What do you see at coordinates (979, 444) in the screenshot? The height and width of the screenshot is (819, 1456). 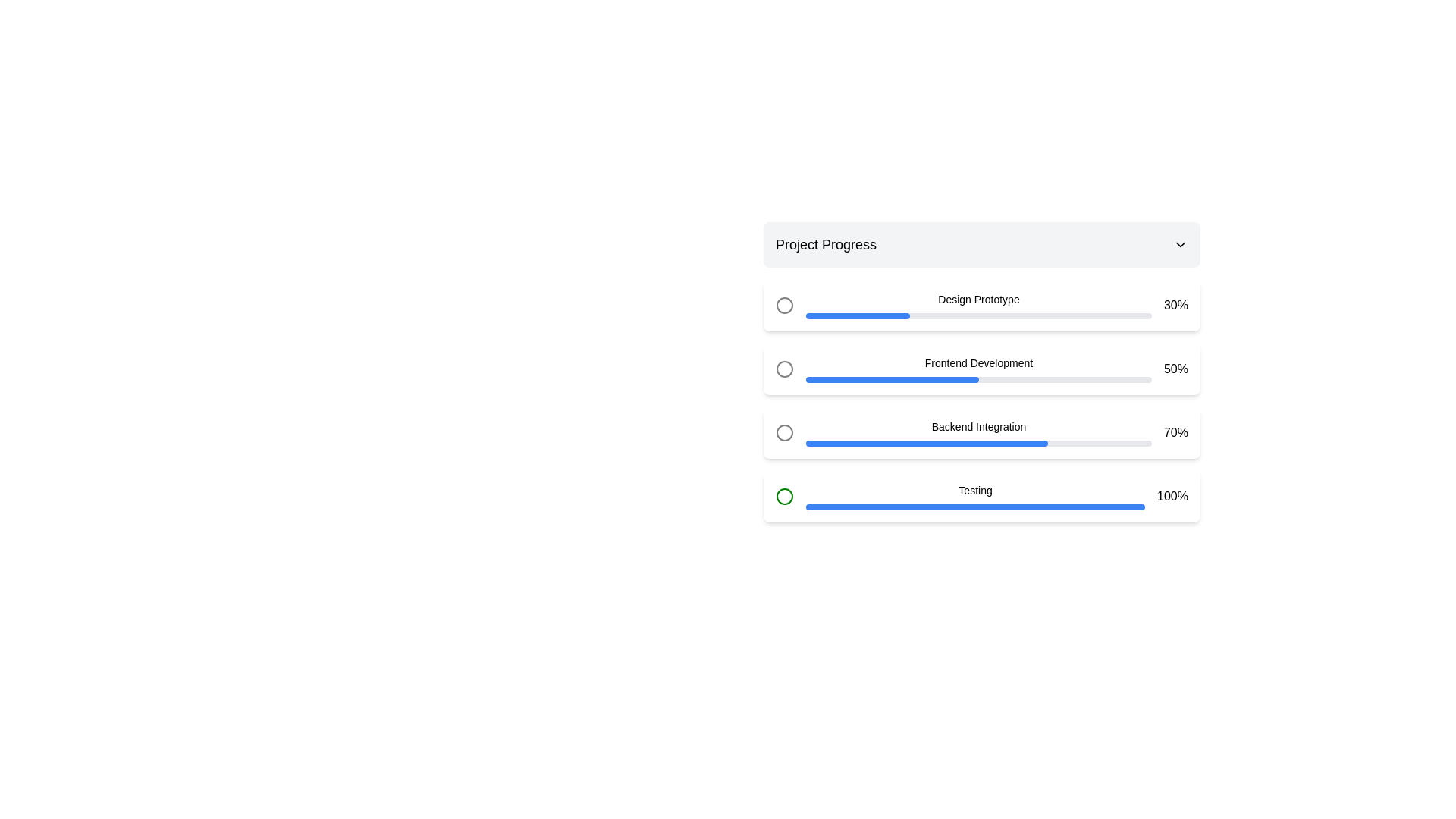 I see `progress bar indicating 70% completion located below the text 'Backend Integration' in the vertical list of progress bars` at bounding box center [979, 444].